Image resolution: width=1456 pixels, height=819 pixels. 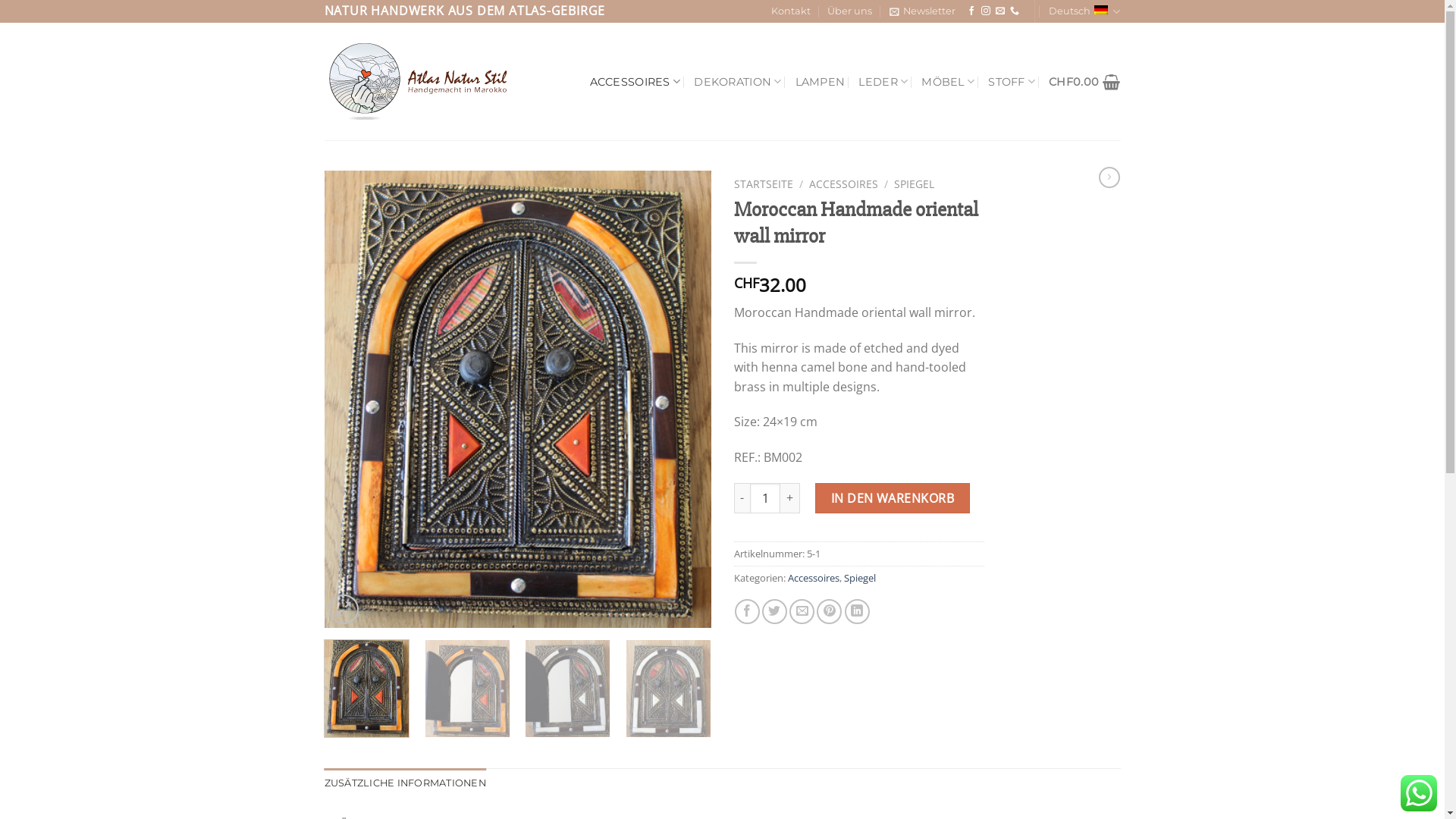 I want to click on 'Atlas Natur Stil - Handicraft from Morocco', so click(x=422, y=82).